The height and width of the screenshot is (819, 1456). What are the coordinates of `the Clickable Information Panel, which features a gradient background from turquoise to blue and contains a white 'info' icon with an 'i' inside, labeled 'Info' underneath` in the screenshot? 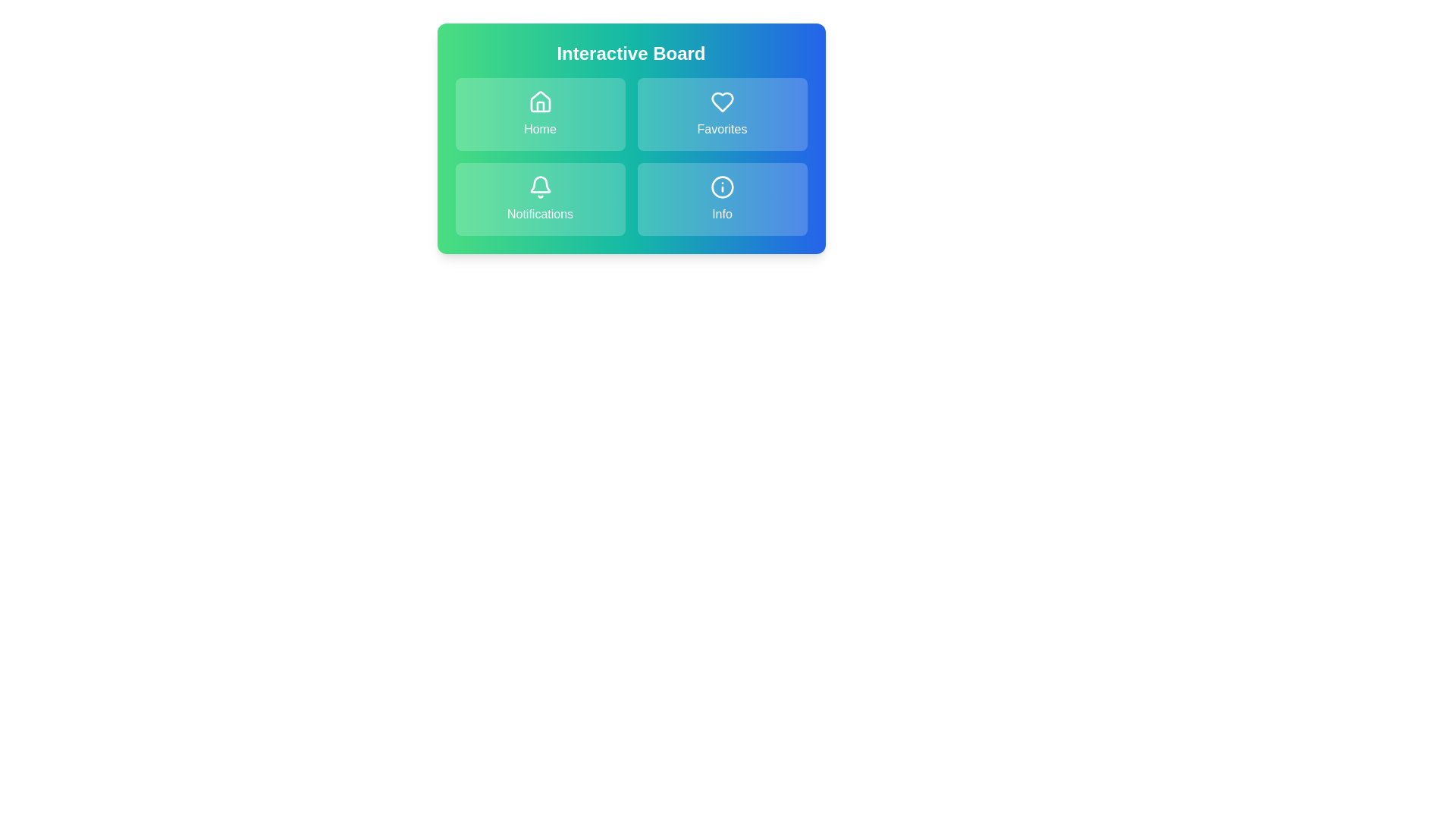 It's located at (721, 198).